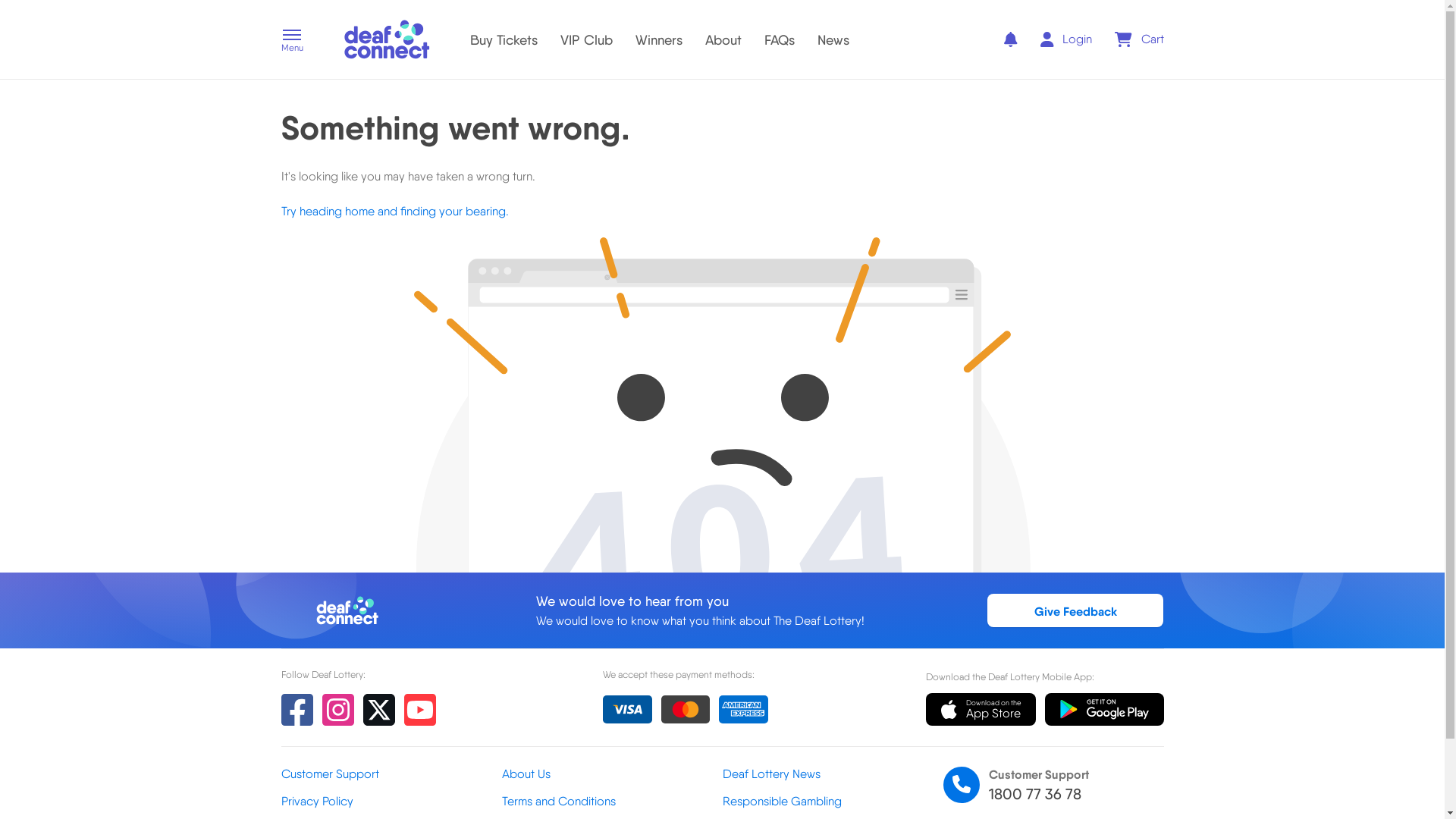 The width and height of the screenshot is (1456, 819). What do you see at coordinates (394, 211) in the screenshot?
I see `'Try heading home and finding your bearing.'` at bounding box center [394, 211].